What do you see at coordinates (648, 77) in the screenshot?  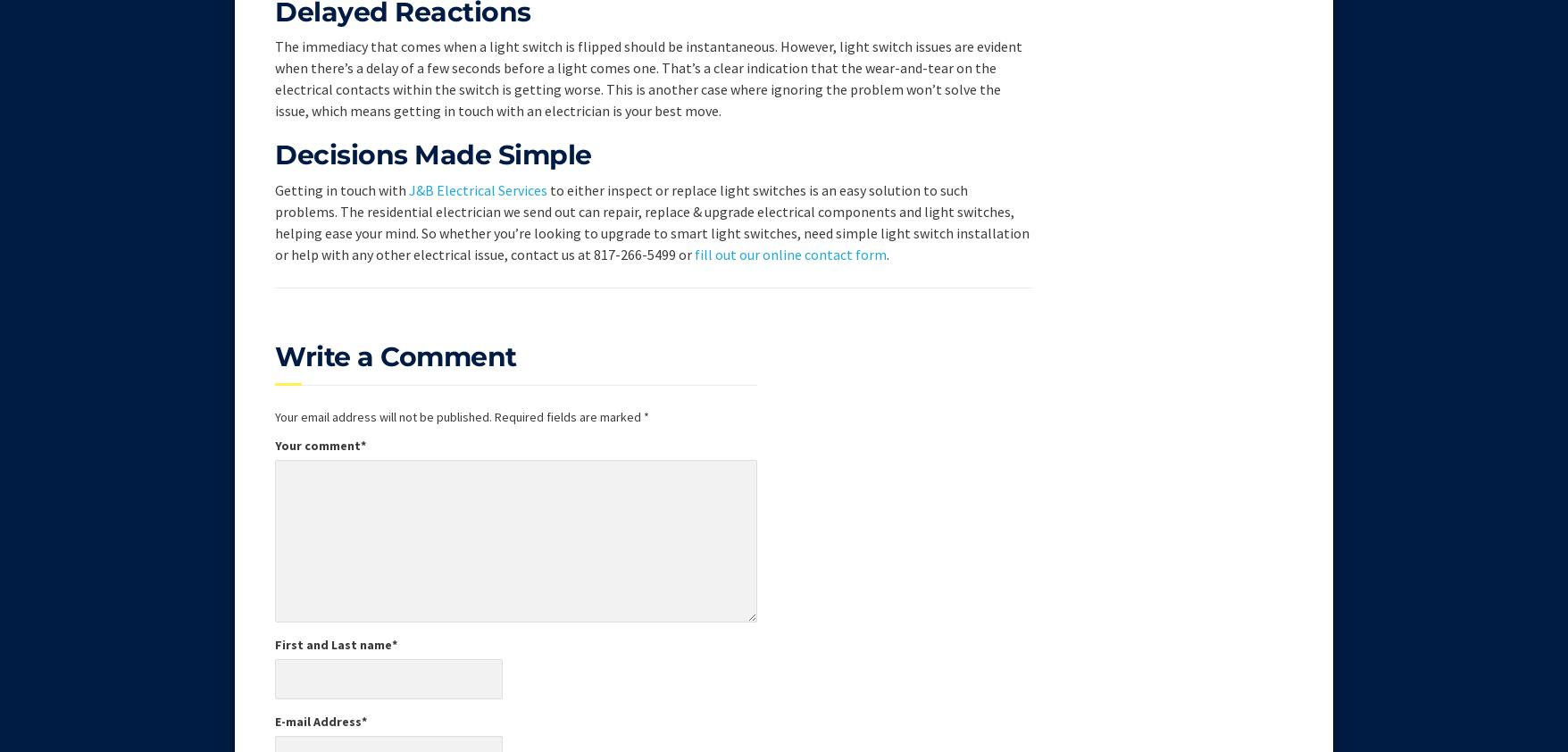 I see `'The immediacy that comes when a light switch is flipped should be instantaneous. However, light switch issues are evident when there’s a delay of a few seconds before a light comes one. That’s a clear indication that the wear-and-tear on the electrical contacts within the switch is getting worse. This is another case where ignoring the problem won’t solve the issue, which means getting in touch with an electrician is your best move.'` at bounding box center [648, 77].